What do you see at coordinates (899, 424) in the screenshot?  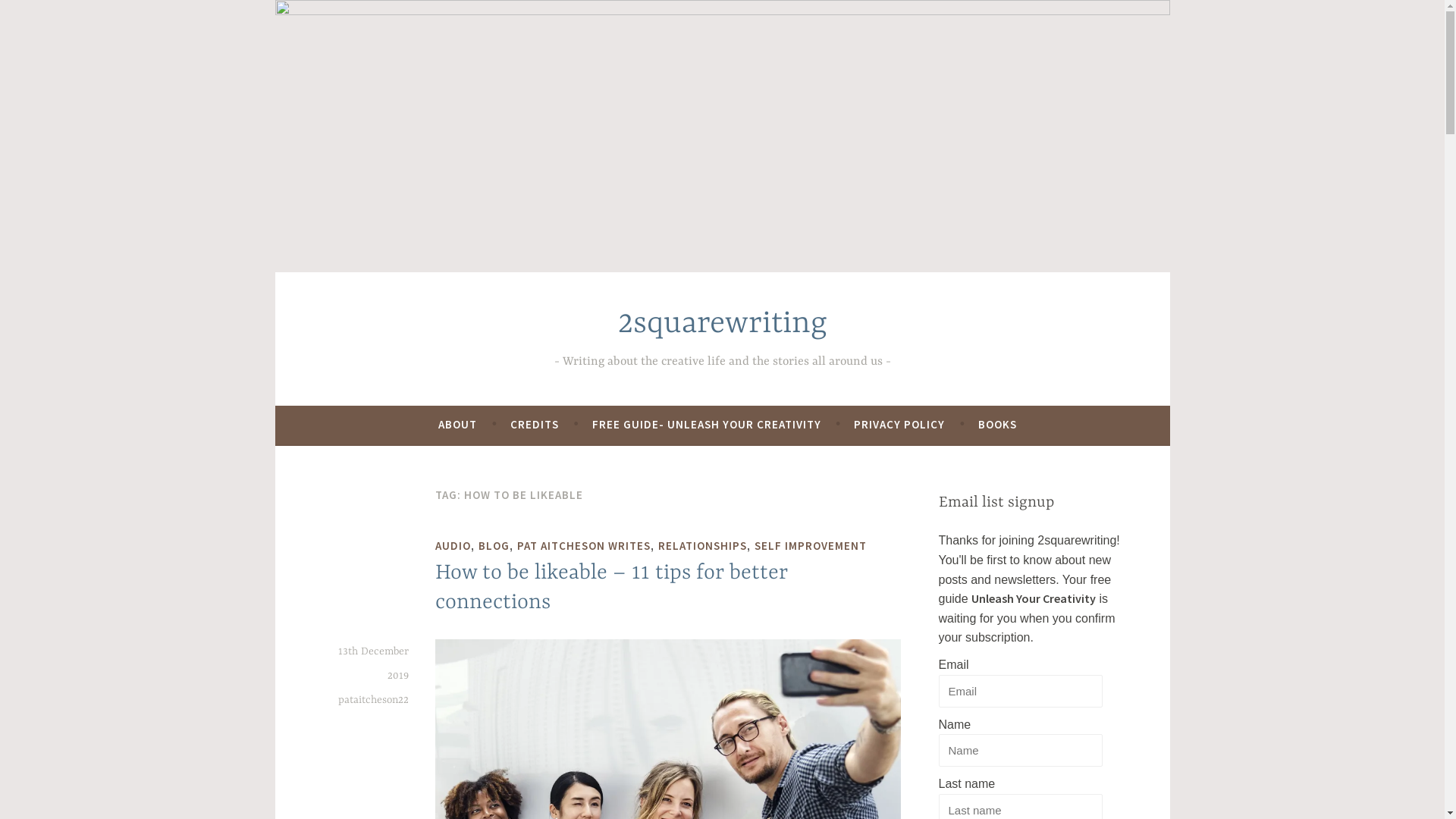 I see `'PRIVACY POLICY'` at bounding box center [899, 424].